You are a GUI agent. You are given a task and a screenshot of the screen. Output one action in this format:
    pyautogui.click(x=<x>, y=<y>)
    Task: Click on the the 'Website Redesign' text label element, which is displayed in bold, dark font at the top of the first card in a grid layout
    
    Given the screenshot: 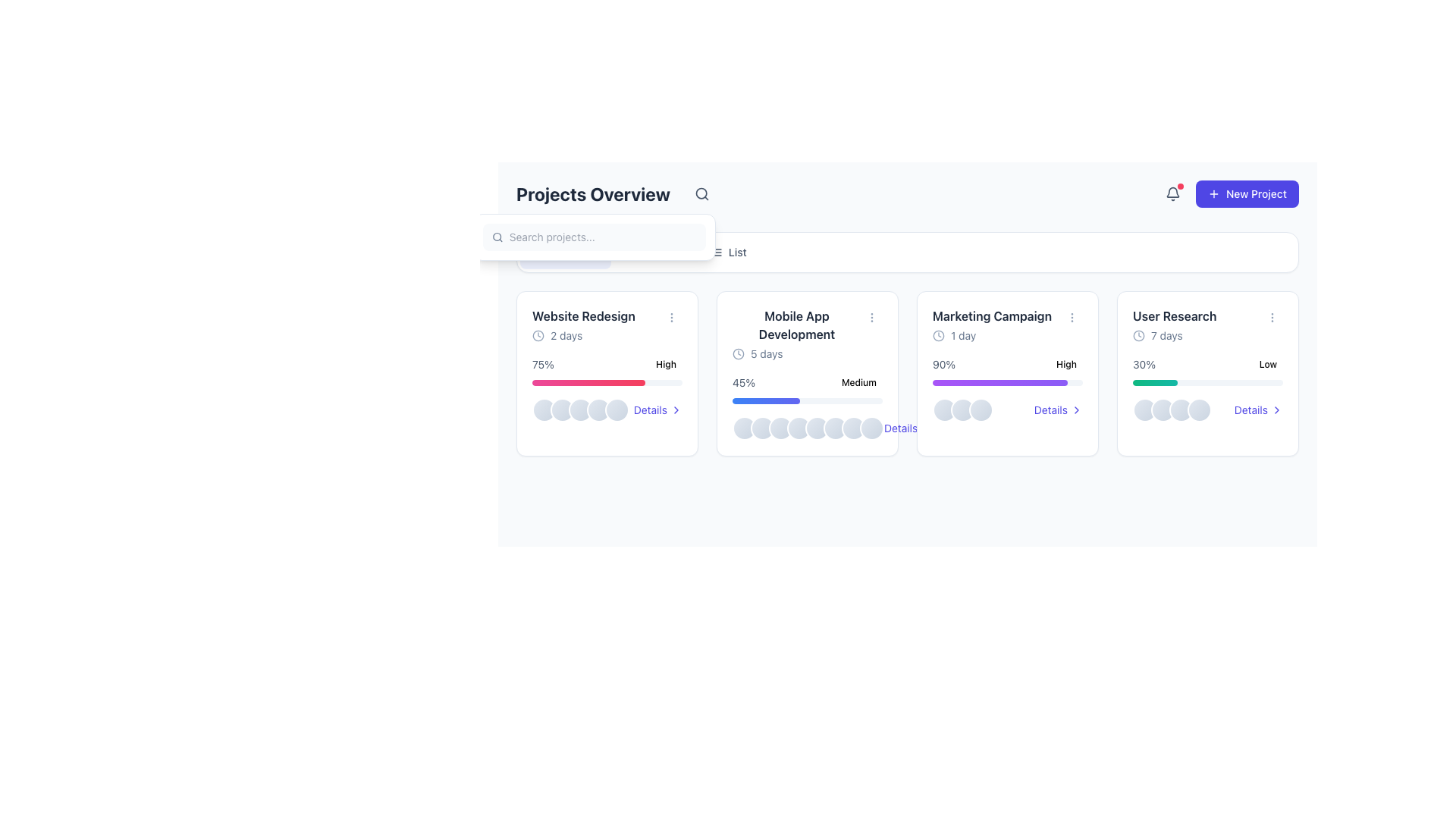 What is the action you would take?
    pyautogui.click(x=582, y=315)
    